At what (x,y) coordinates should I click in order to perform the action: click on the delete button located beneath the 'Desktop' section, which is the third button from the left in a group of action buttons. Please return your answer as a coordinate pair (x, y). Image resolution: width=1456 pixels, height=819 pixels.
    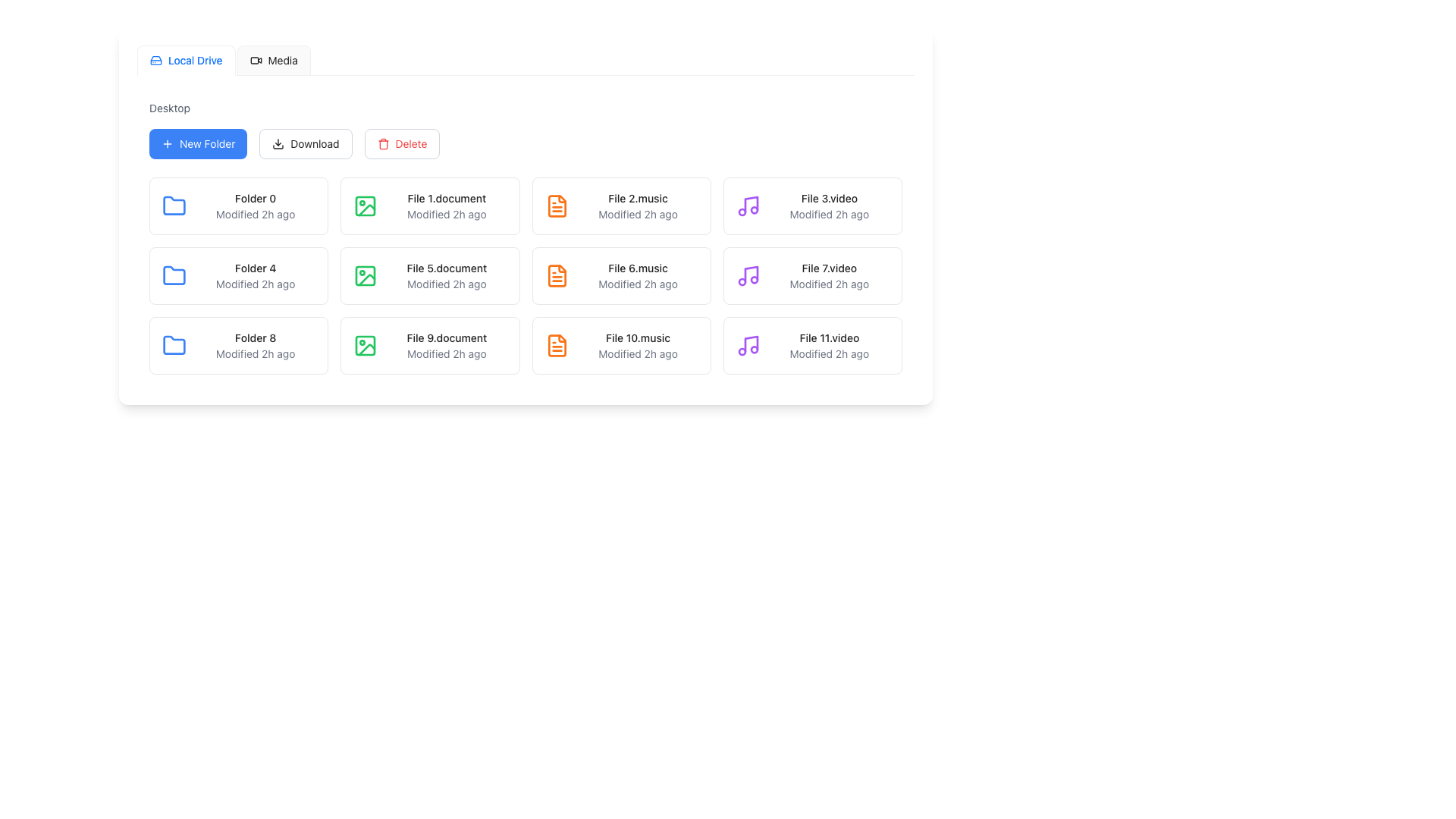
    Looking at the image, I should click on (401, 143).